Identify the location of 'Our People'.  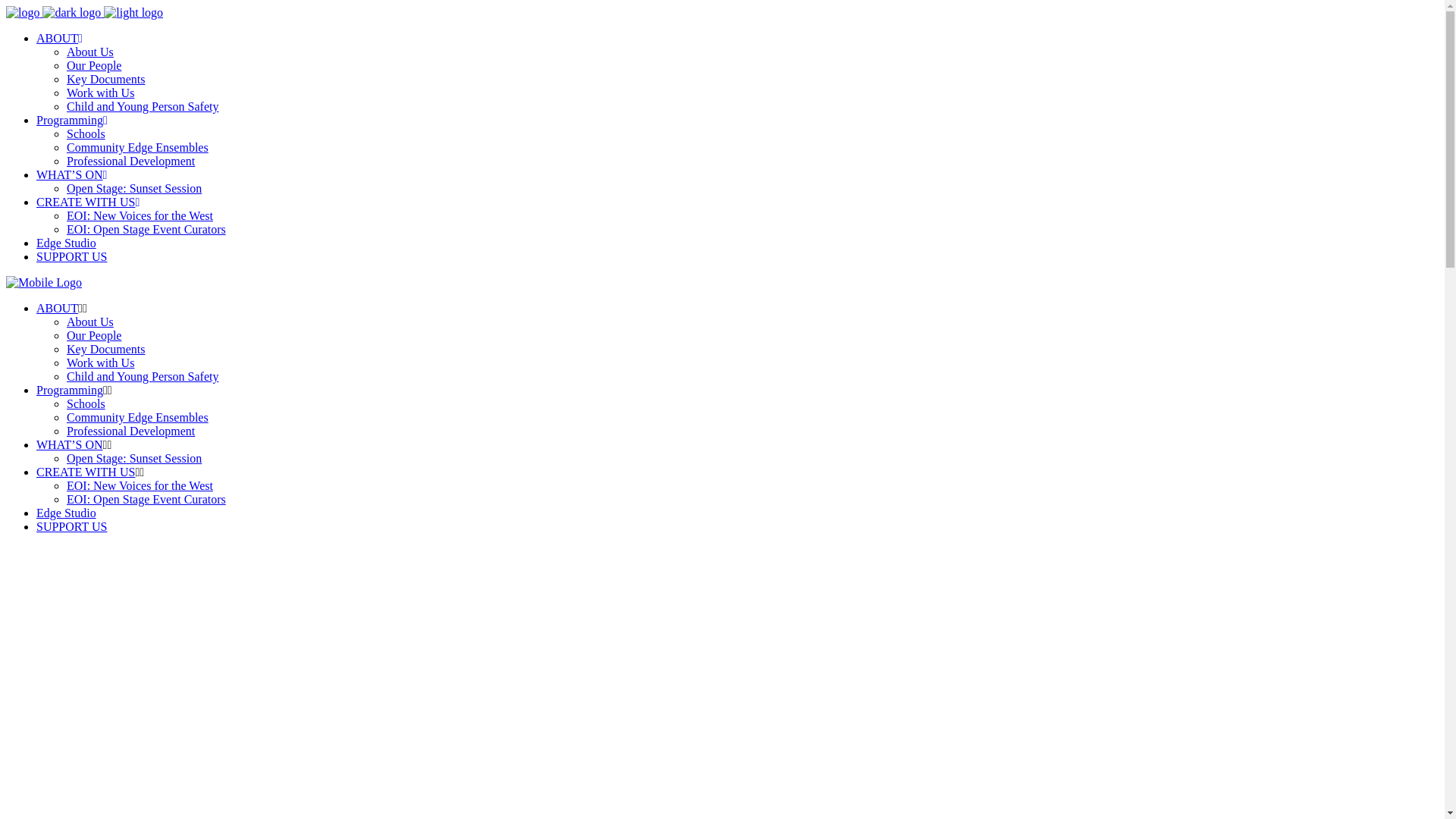
(93, 334).